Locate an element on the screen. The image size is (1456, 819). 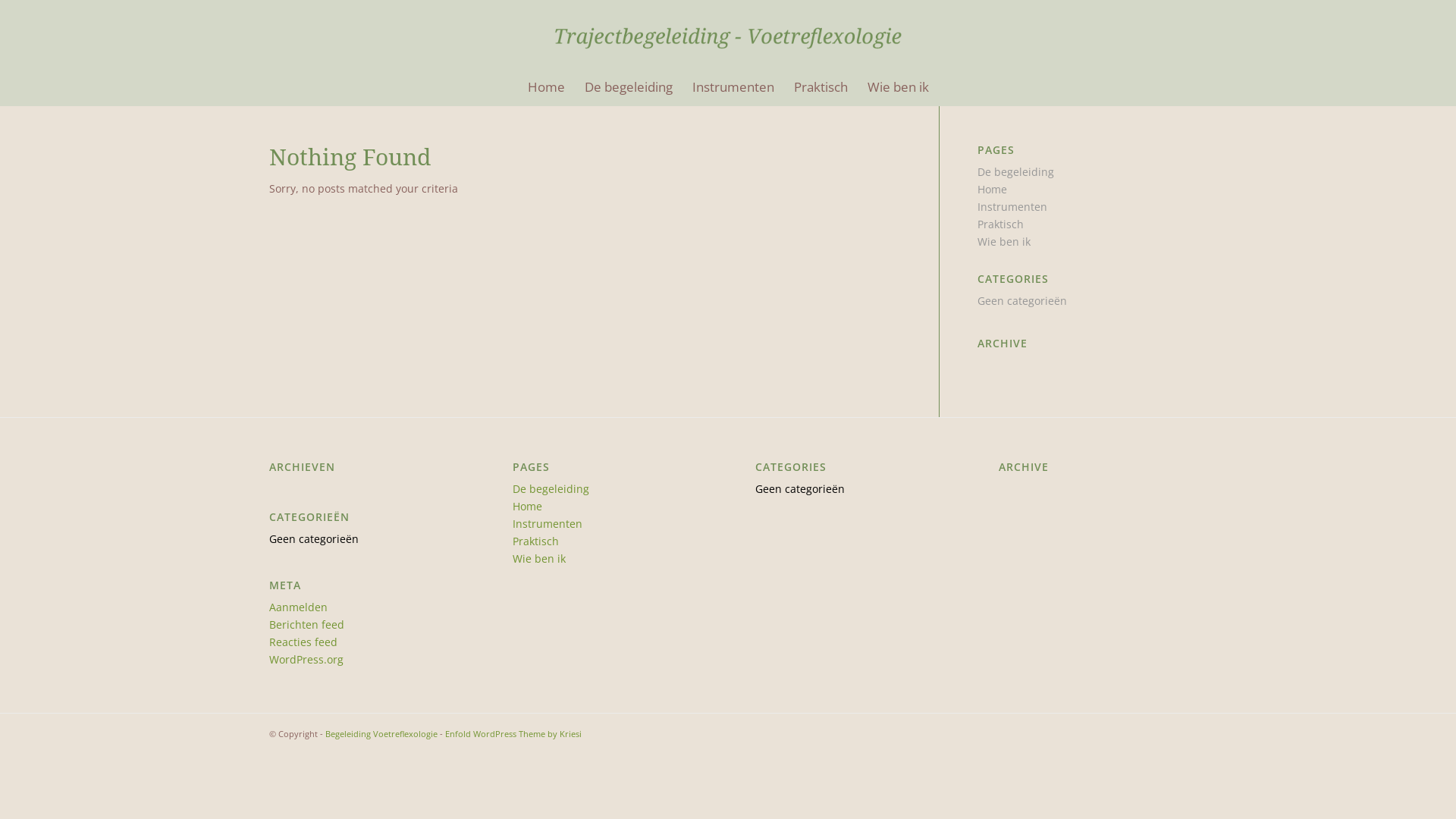
'WordPress.org' is located at coordinates (305, 658).